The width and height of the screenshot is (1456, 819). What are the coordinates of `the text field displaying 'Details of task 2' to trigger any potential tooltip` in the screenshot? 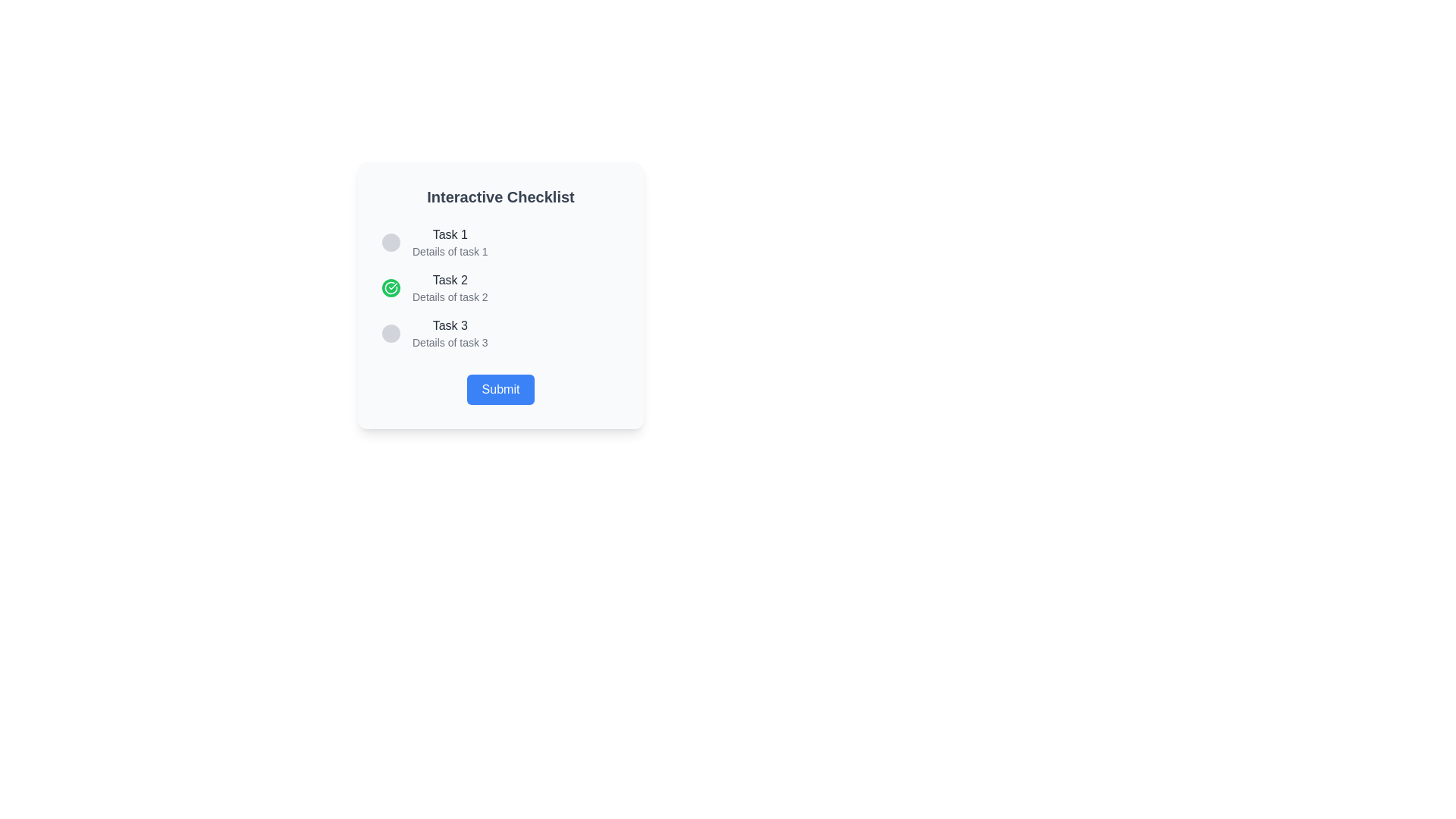 It's located at (449, 297).